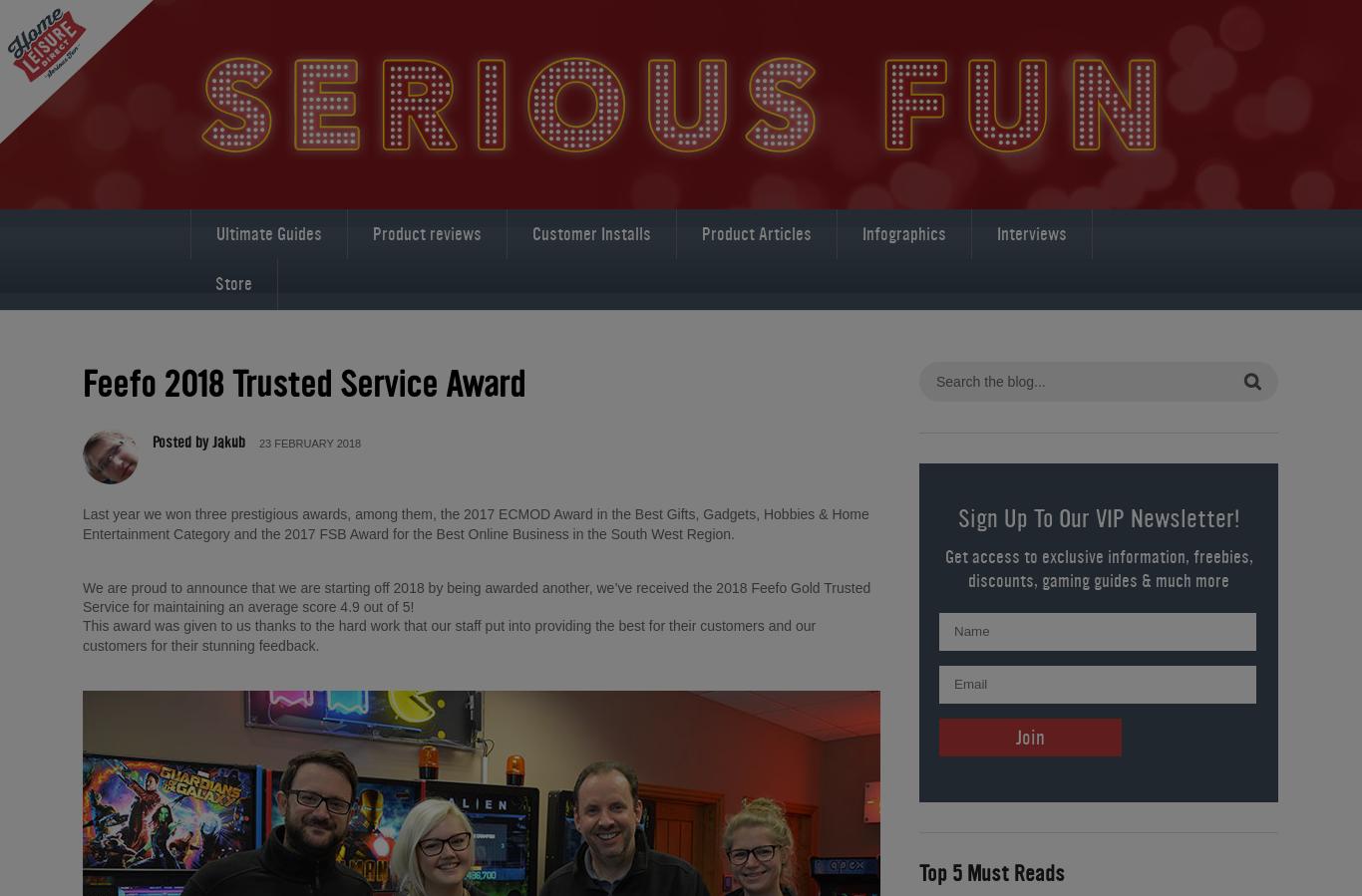 This screenshot has height=896, width=1362. What do you see at coordinates (309, 443) in the screenshot?
I see `'23 FEBRUARY 2018'` at bounding box center [309, 443].